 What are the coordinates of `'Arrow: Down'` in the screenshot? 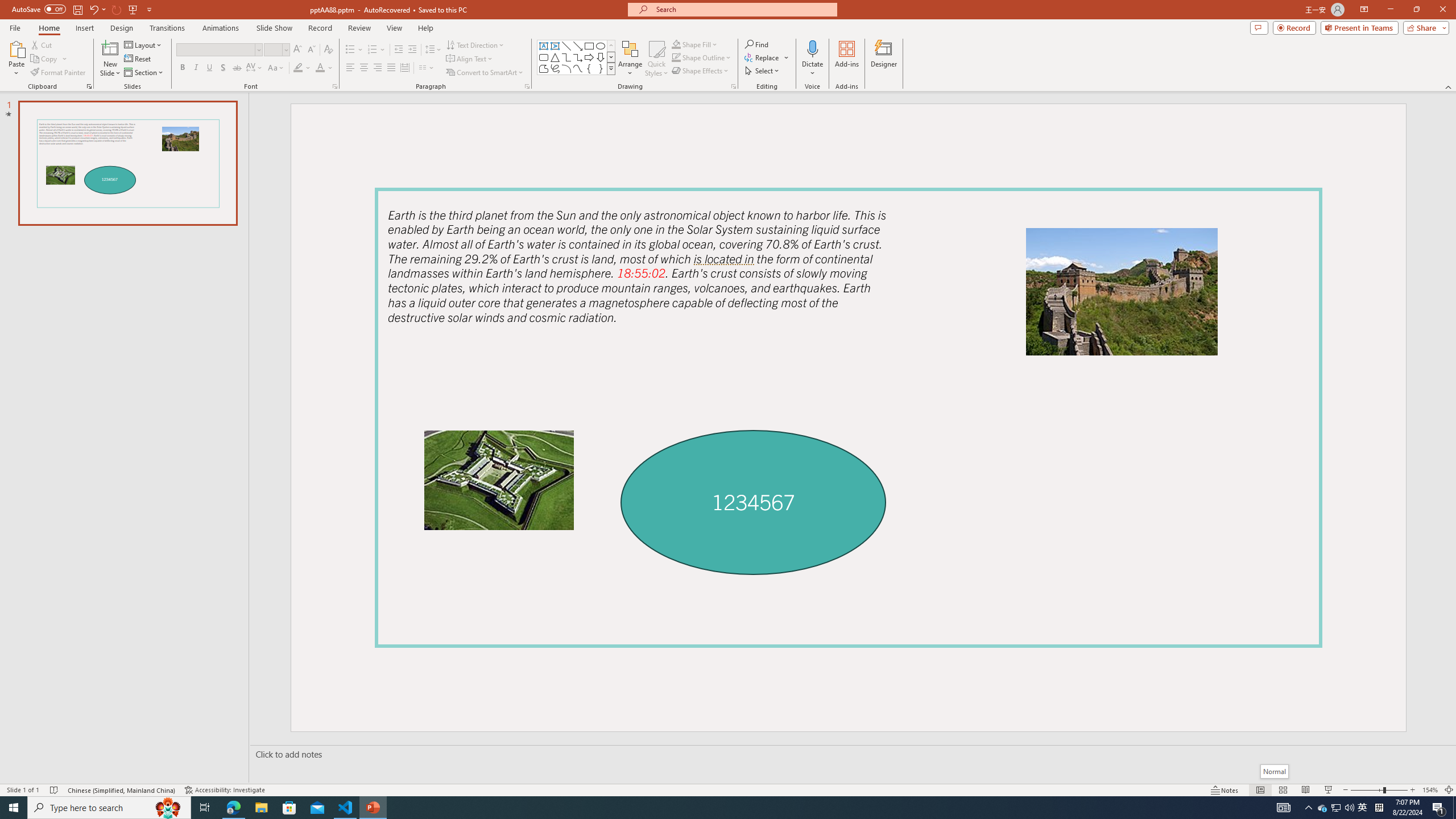 It's located at (600, 56).